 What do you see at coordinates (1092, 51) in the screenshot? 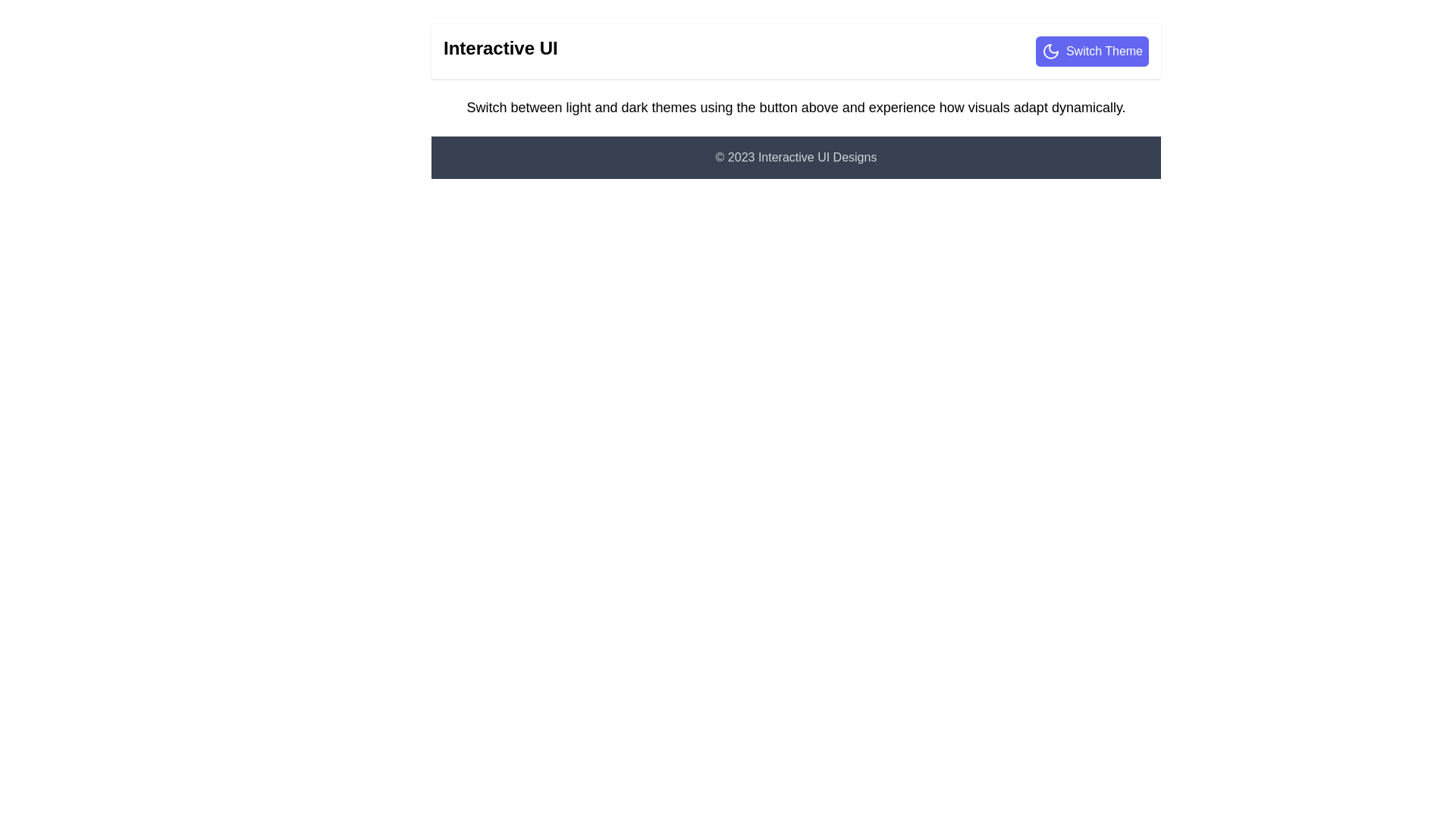
I see `the 'Switch Theme' button with a purple background and a crescent moon icon` at bounding box center [1092, 51].